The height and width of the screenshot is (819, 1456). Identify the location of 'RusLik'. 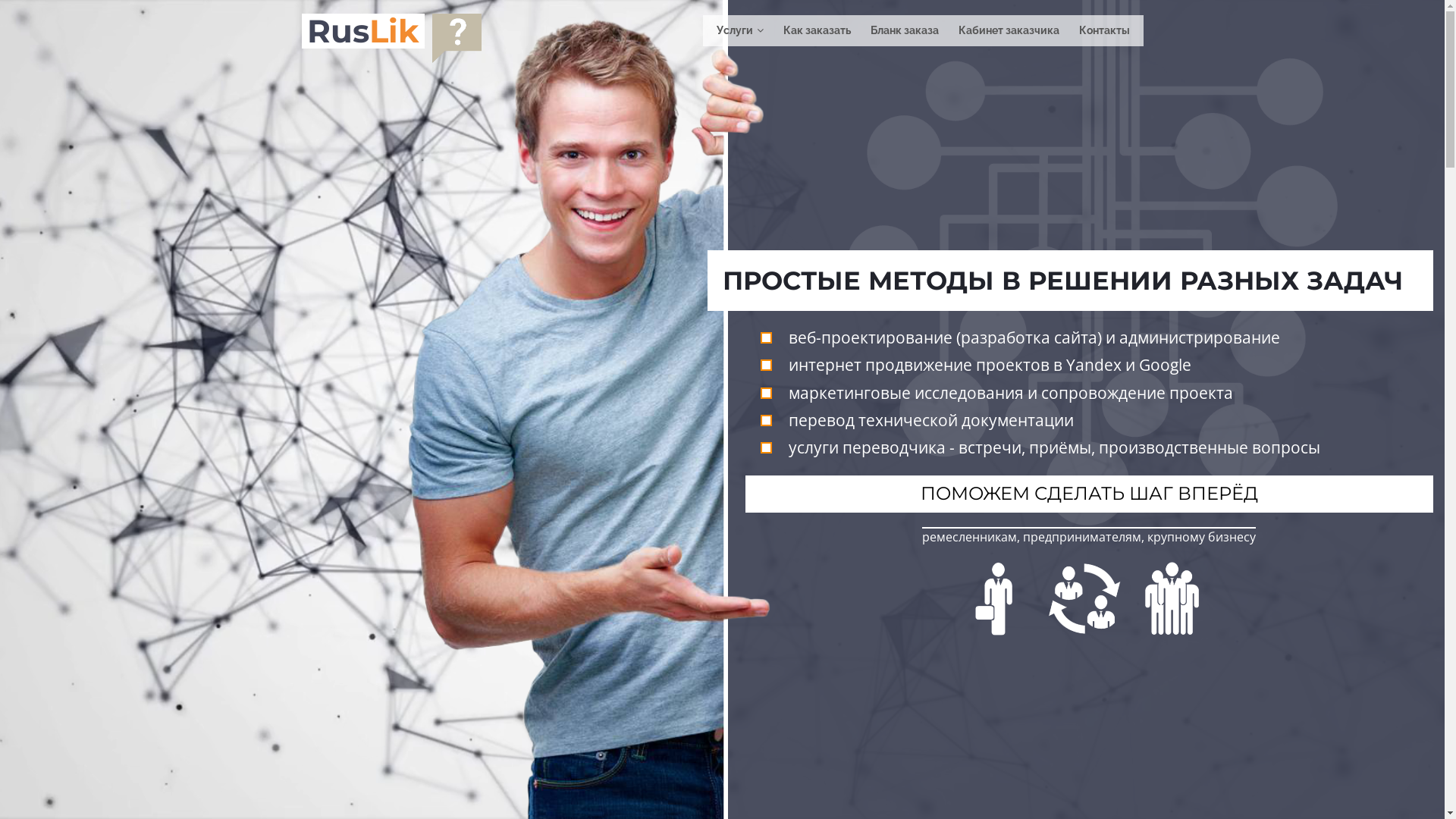
(362, 31).